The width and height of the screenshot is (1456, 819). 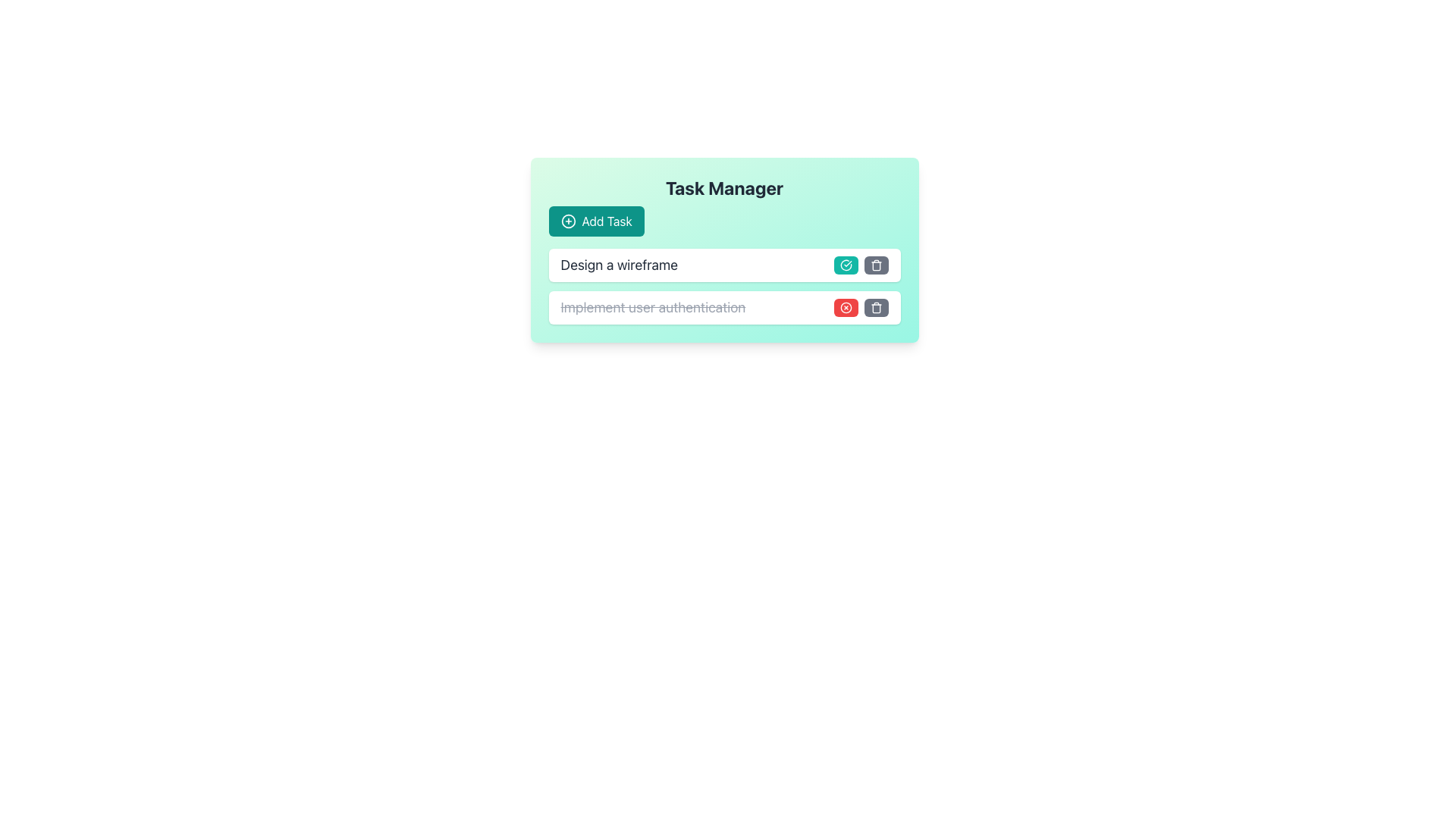 What do you see at coordinates (723, 187) in the screenshot?
I see `the header text element which serves as a title for the task management component` at bounding box center [723, 187].